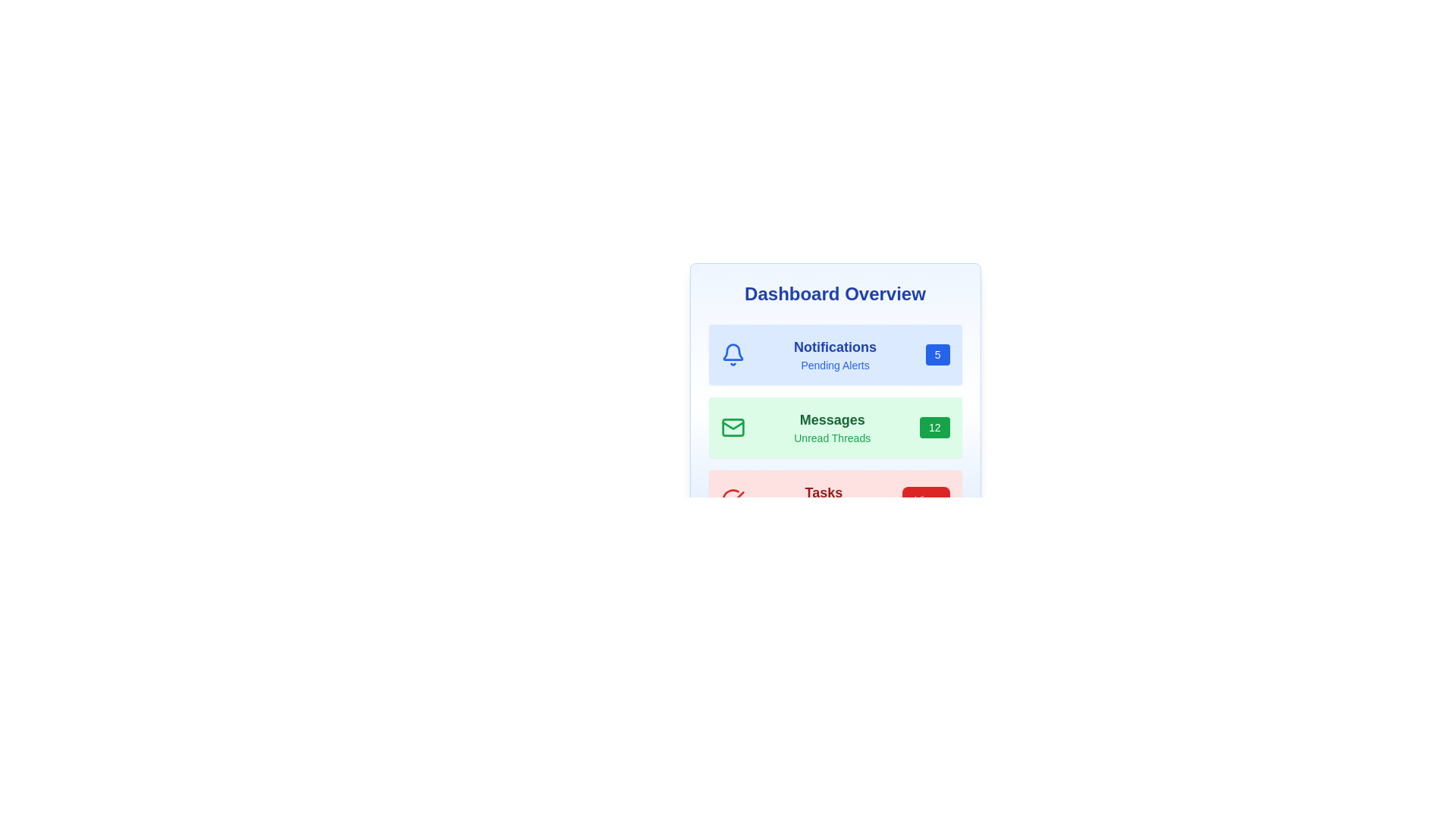 This screenshot has height=819, width=1456. What do you see at coordinates (831, 438) in the screenshot?
I see `text from the green label that says 'Unread Threads' located underneath the 'Messages' label` at bounding box center [831, 438].